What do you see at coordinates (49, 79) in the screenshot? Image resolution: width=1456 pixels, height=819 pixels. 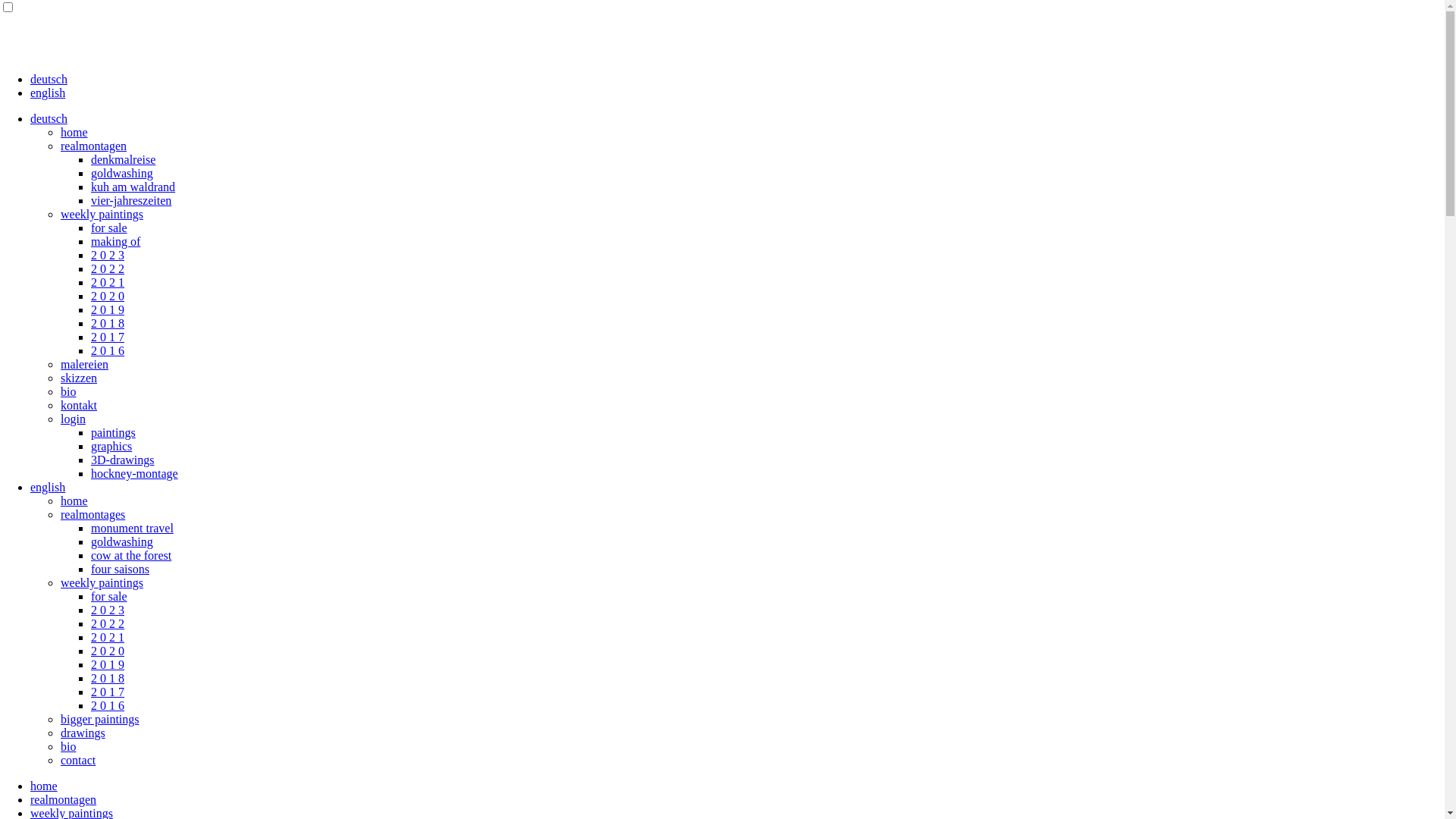 I see `'deutsch'` at bounding box center [49, 79].